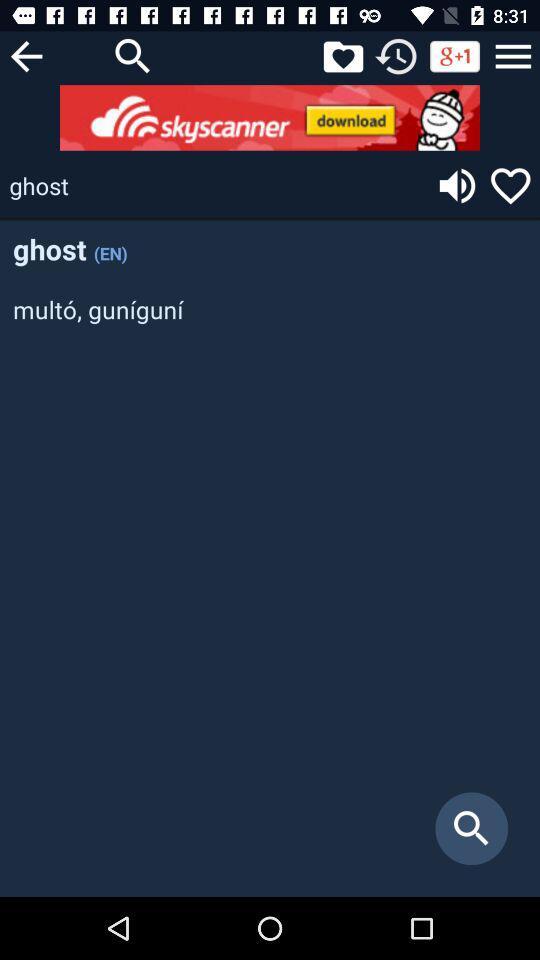 The image size is (540, 960). I want to click on search, so click(133, 55).